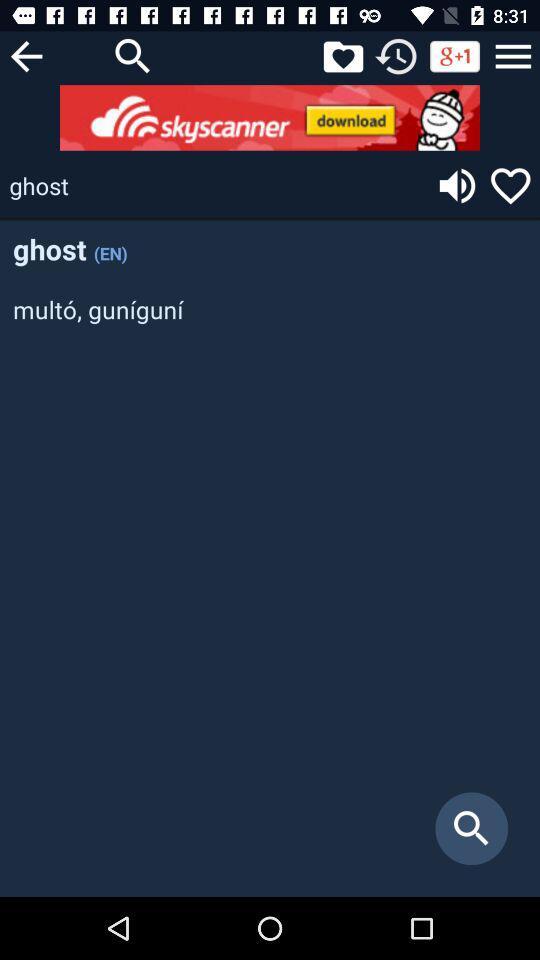 The image size is (540, 960). I want to click on search, so click(133, 55).